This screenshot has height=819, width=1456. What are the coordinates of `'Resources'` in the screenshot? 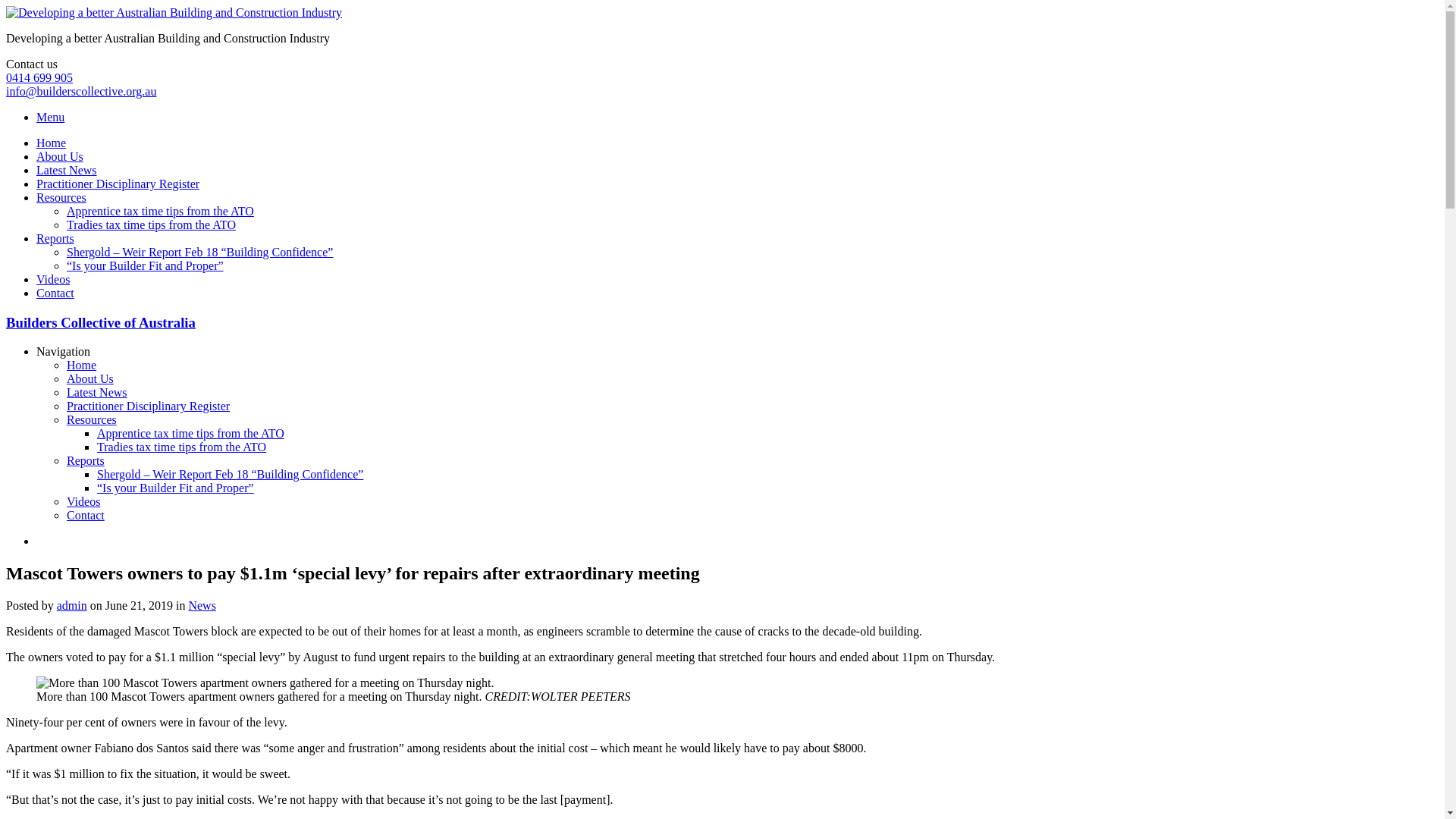 It's located at (90, 419).